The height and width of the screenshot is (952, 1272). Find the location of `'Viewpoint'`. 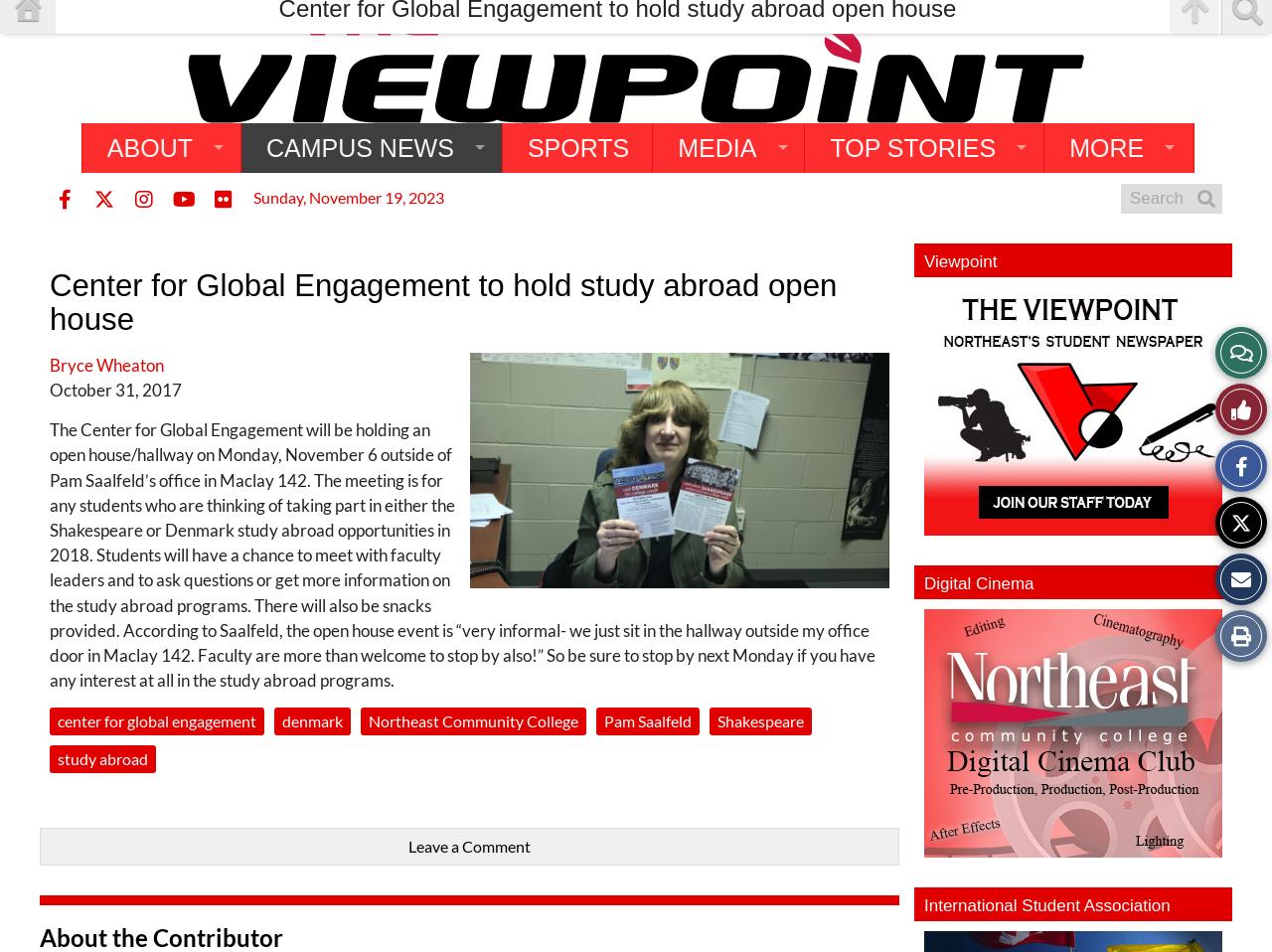

'Viewpoint' is located at coordinates (923, 261).